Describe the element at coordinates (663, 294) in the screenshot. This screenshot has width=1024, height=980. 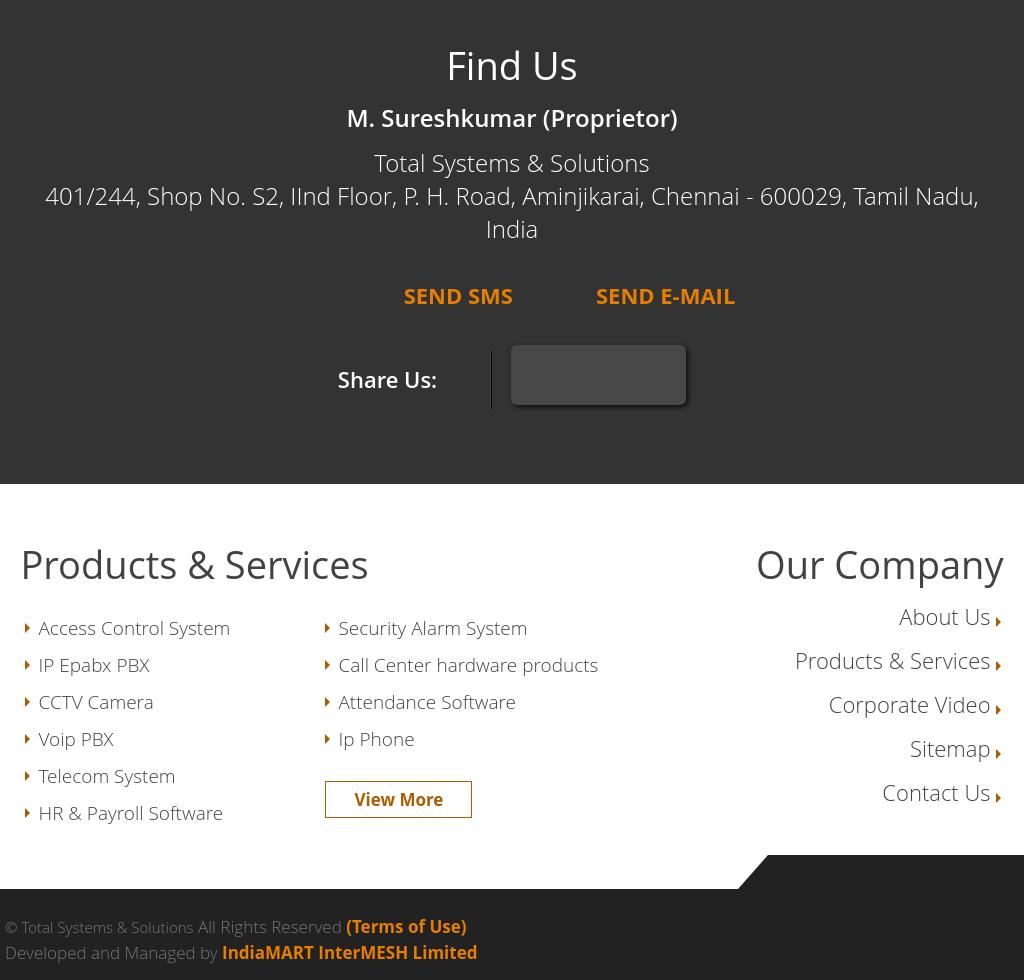
I see `'SEND E-MAIL'` at that location.